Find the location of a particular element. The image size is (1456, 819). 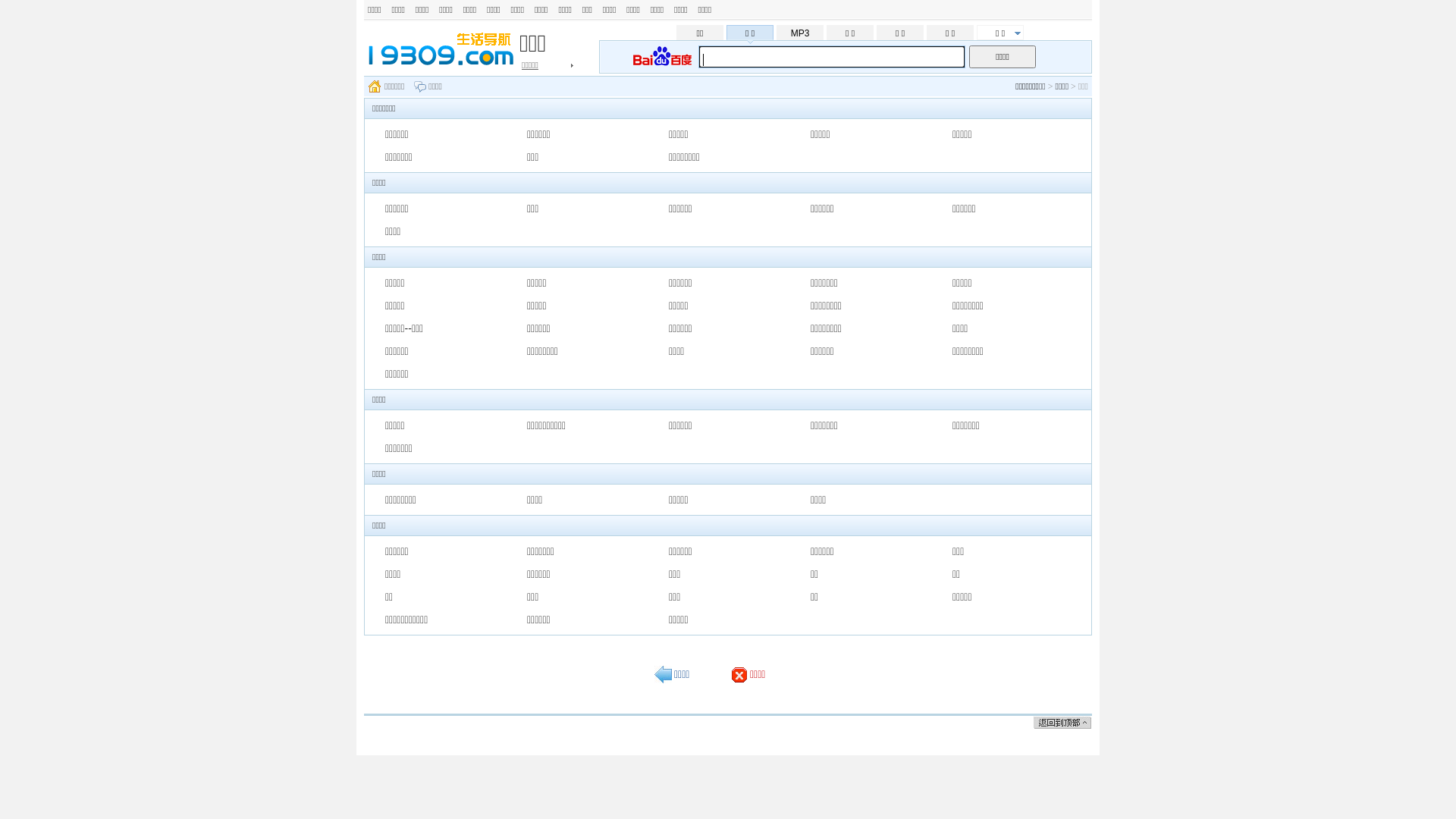

'MP3' is located at coordinates (799, 32).